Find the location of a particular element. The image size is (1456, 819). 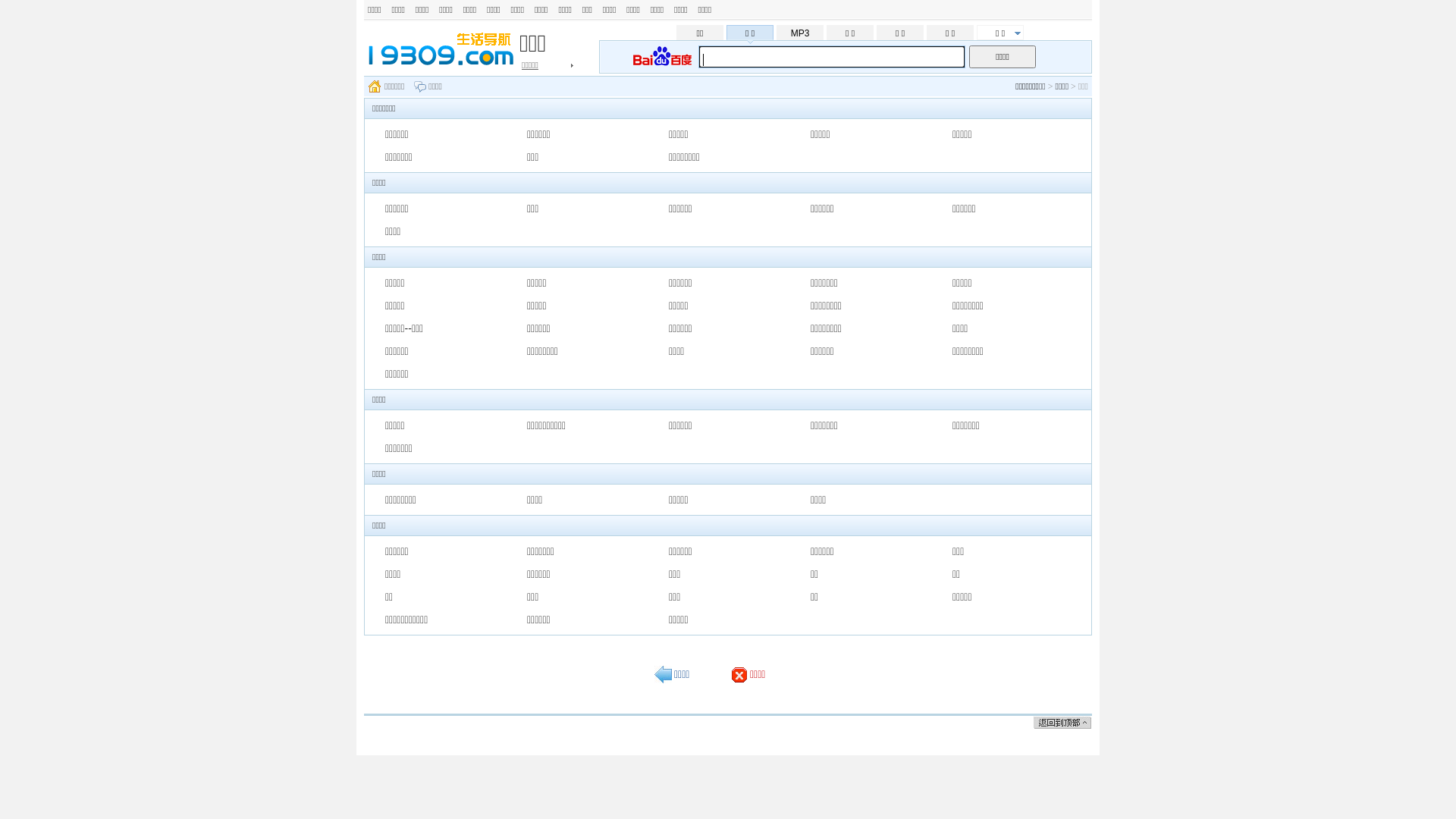

'MP3' is located at coordinates (799, 32).